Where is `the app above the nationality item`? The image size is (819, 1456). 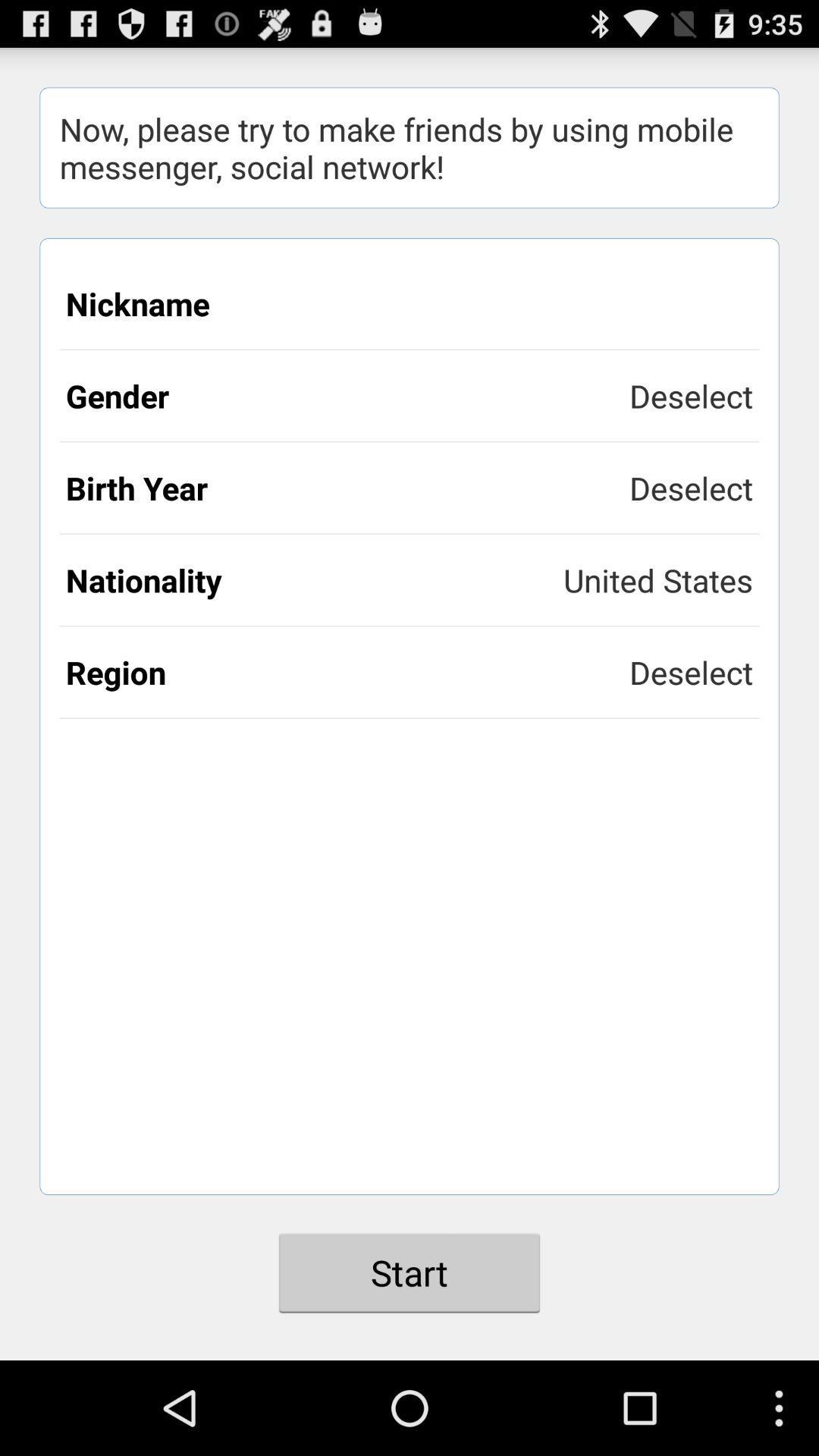
the app above the nationality item is located at coordinates (347, 488).